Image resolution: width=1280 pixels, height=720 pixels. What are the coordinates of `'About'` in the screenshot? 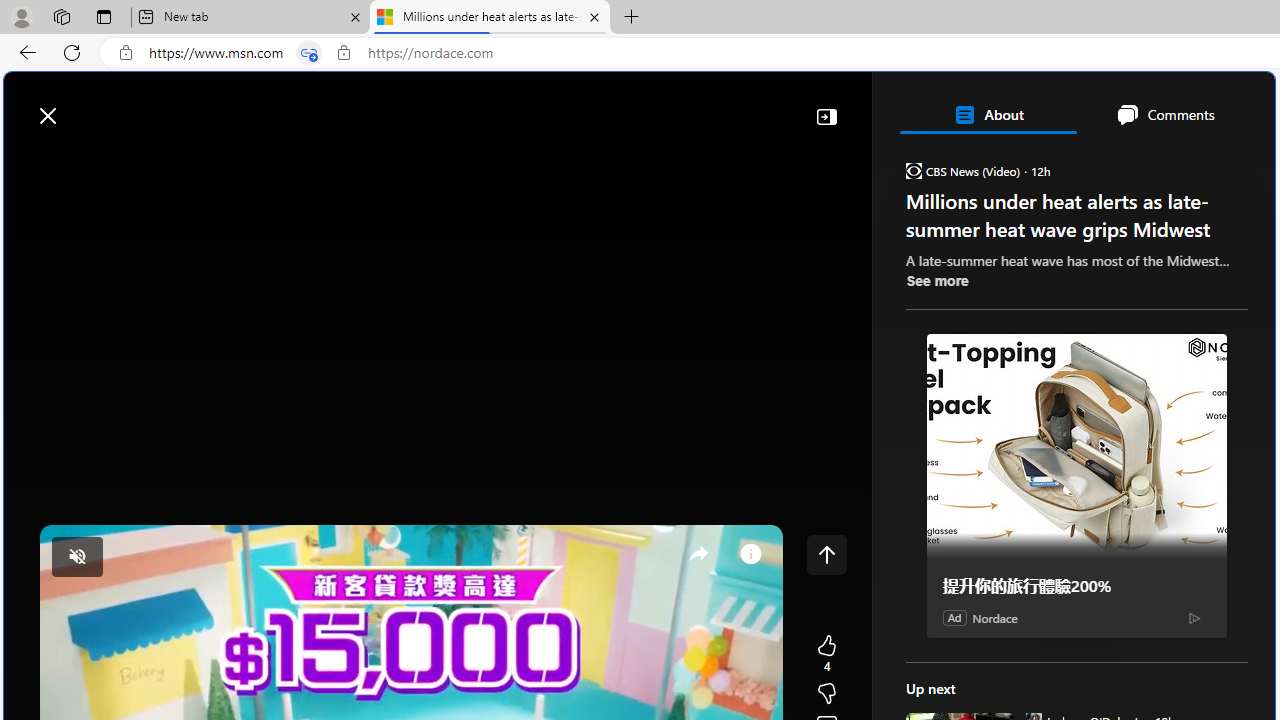 It's located at (987, 114).